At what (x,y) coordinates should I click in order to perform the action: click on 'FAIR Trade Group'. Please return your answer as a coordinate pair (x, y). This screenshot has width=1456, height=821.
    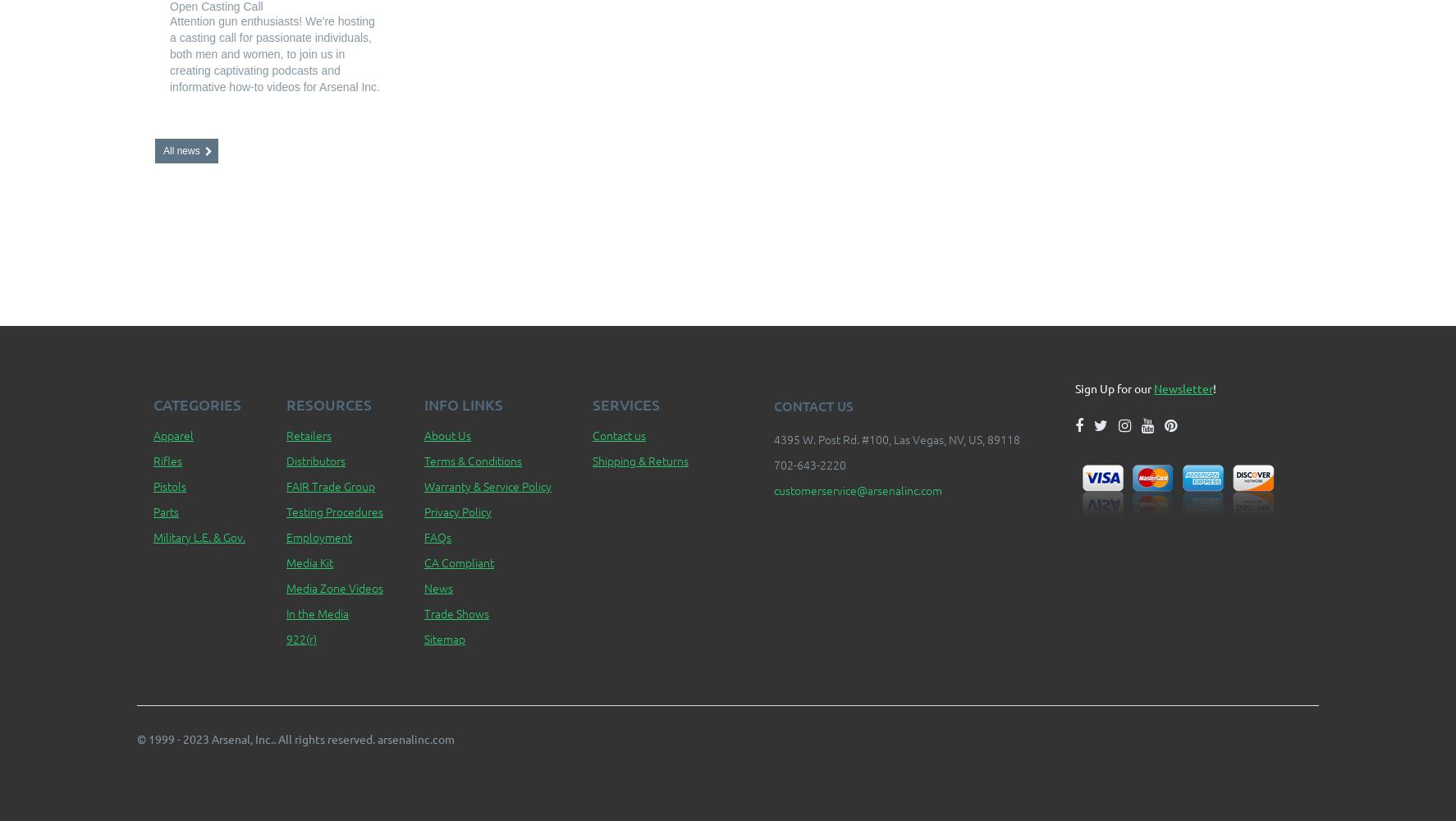
    Looking at the image, I should click on (330, 485).